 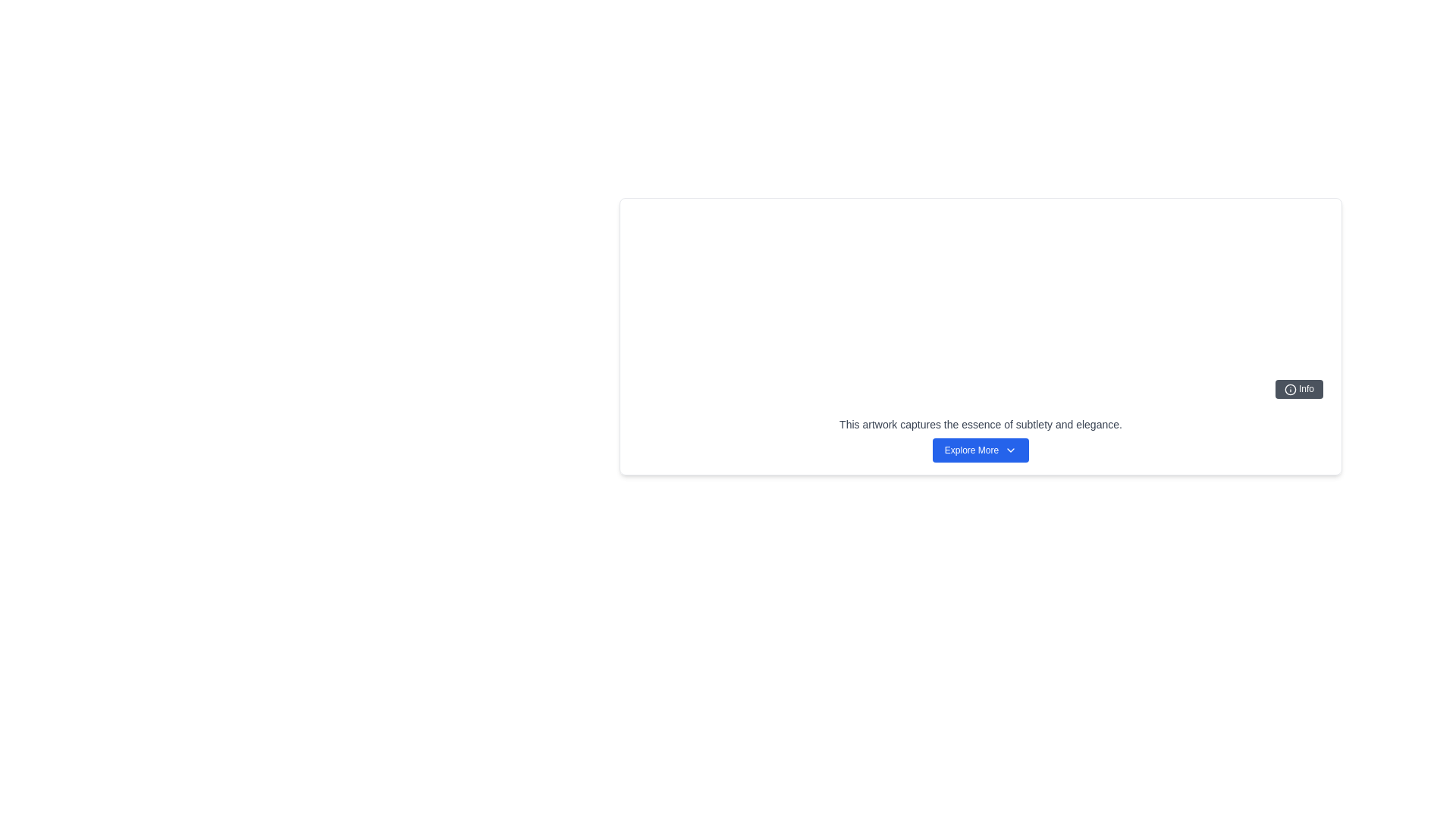 What do you see at coordinates (1011, 450) in the screenshot?
I see `the expandable content indicator icon located to the right of the 'Explore More' button, positioned towards the bottom-right section of the interface` at bounding box center [1011, 450].